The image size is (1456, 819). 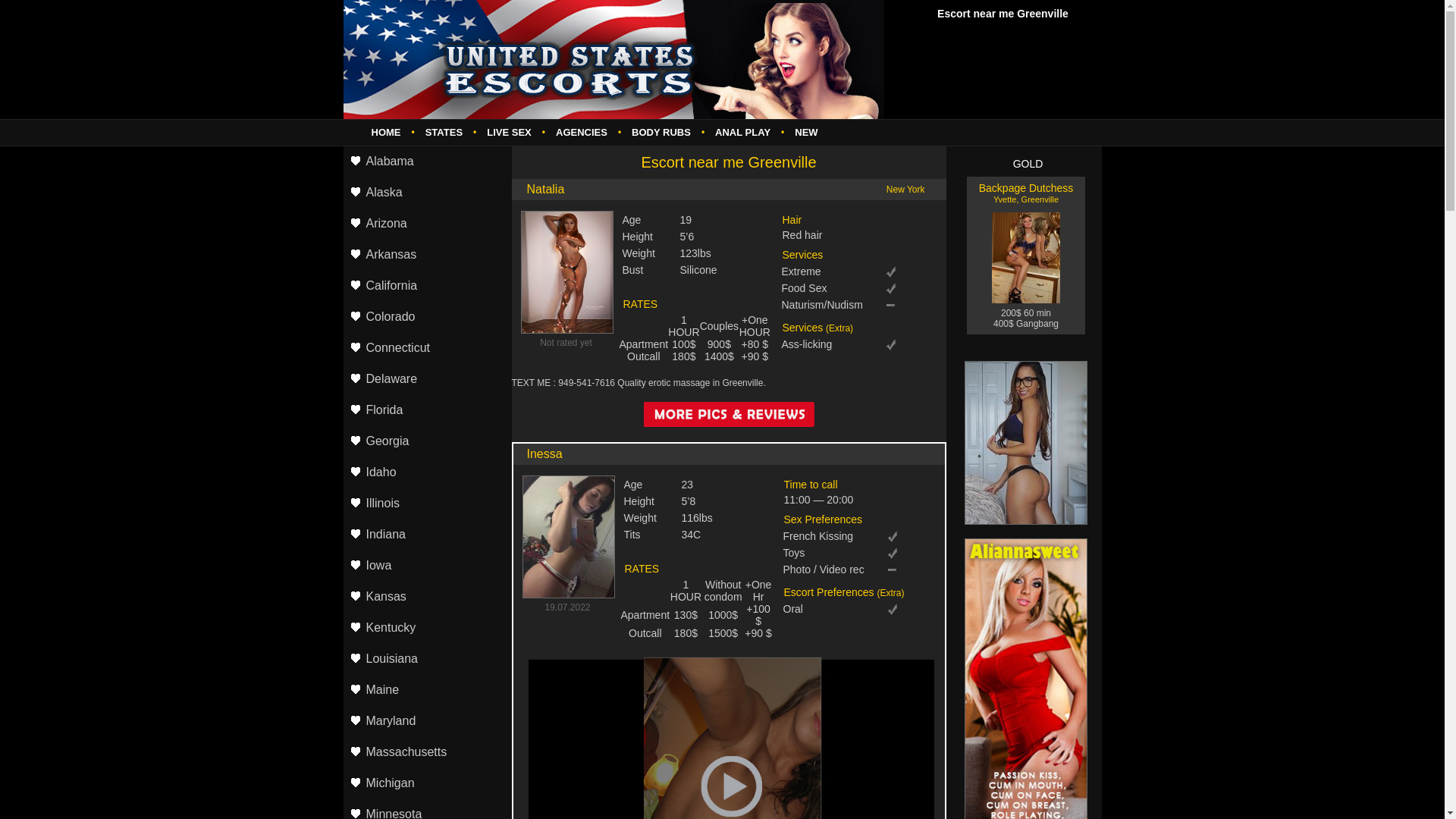 I want to click on 'Maine', so click(x=425, y=690).